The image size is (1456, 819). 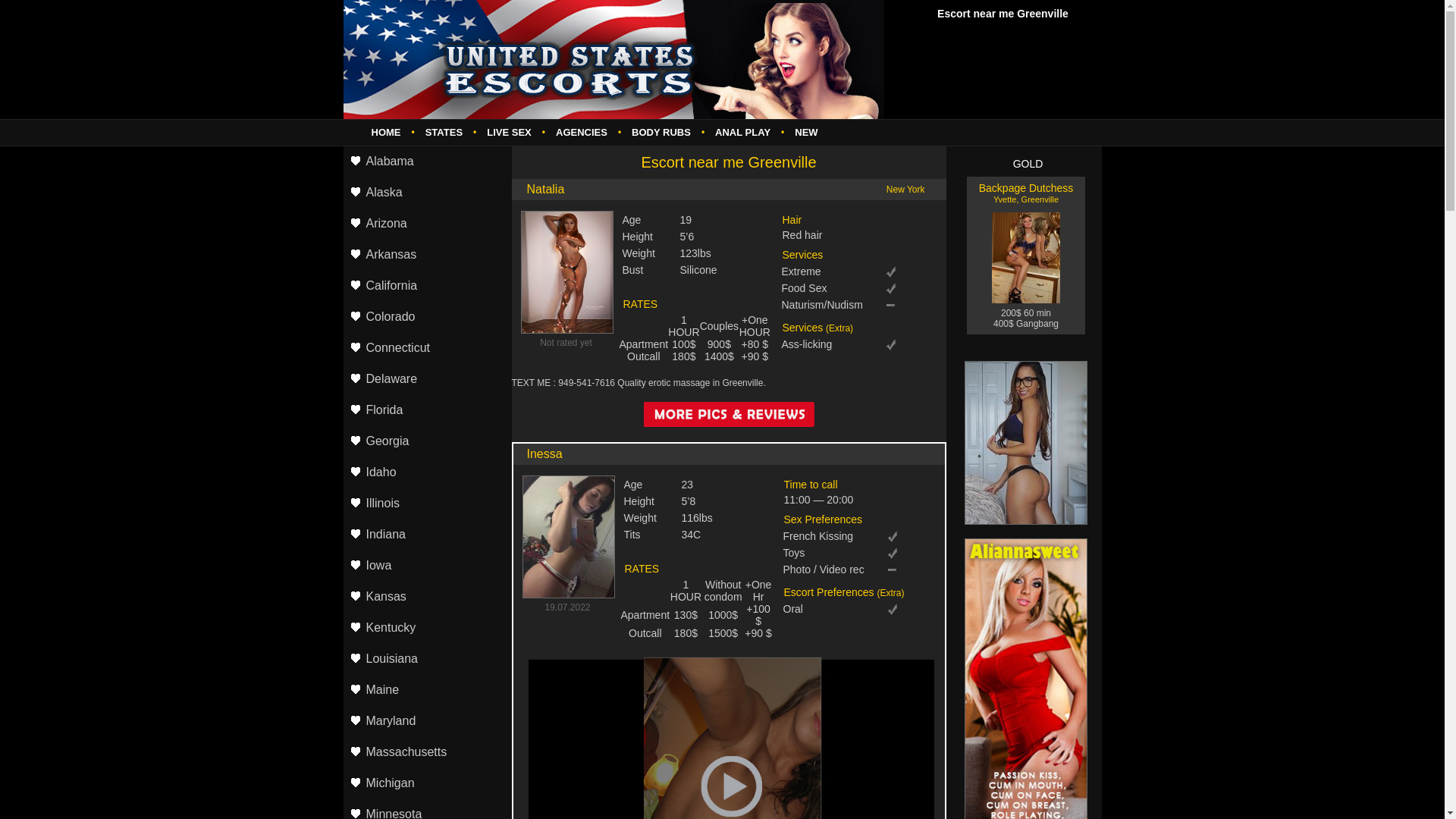 I want to click on 'Maine', so click(x=425, y=690).